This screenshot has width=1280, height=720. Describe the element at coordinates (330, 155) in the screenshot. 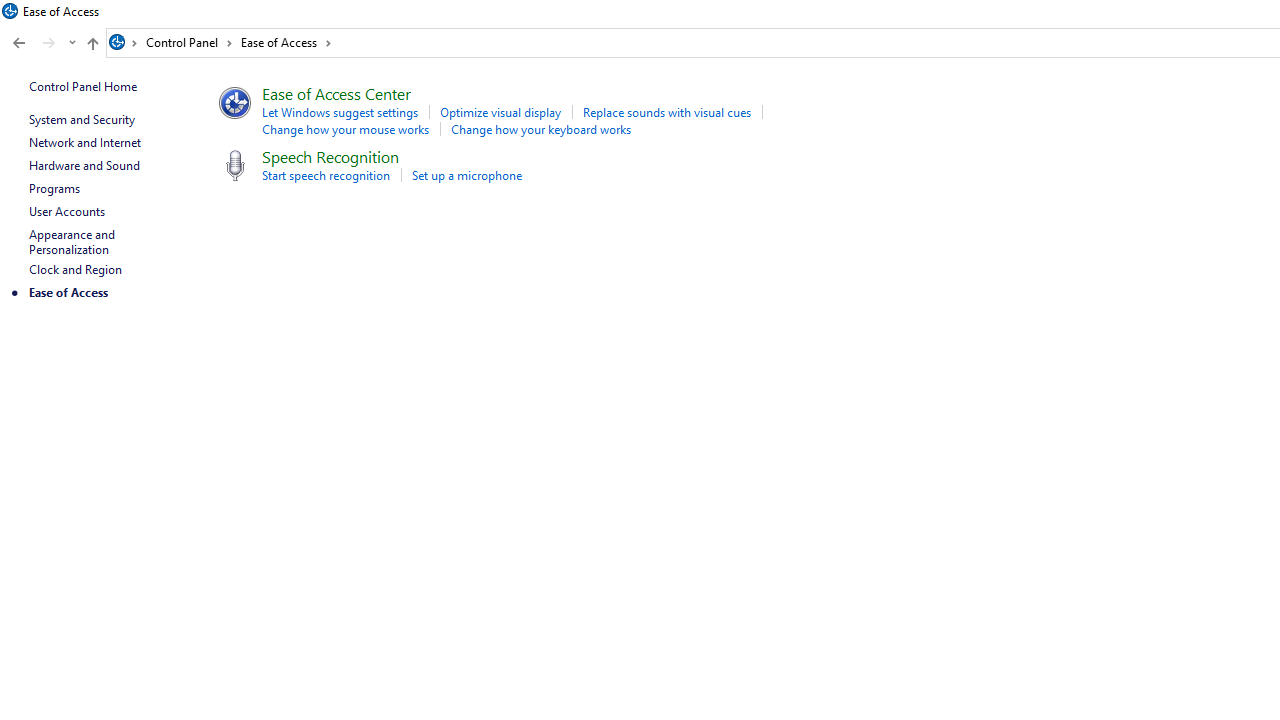

I see `'Speech Recognition'` at that location.